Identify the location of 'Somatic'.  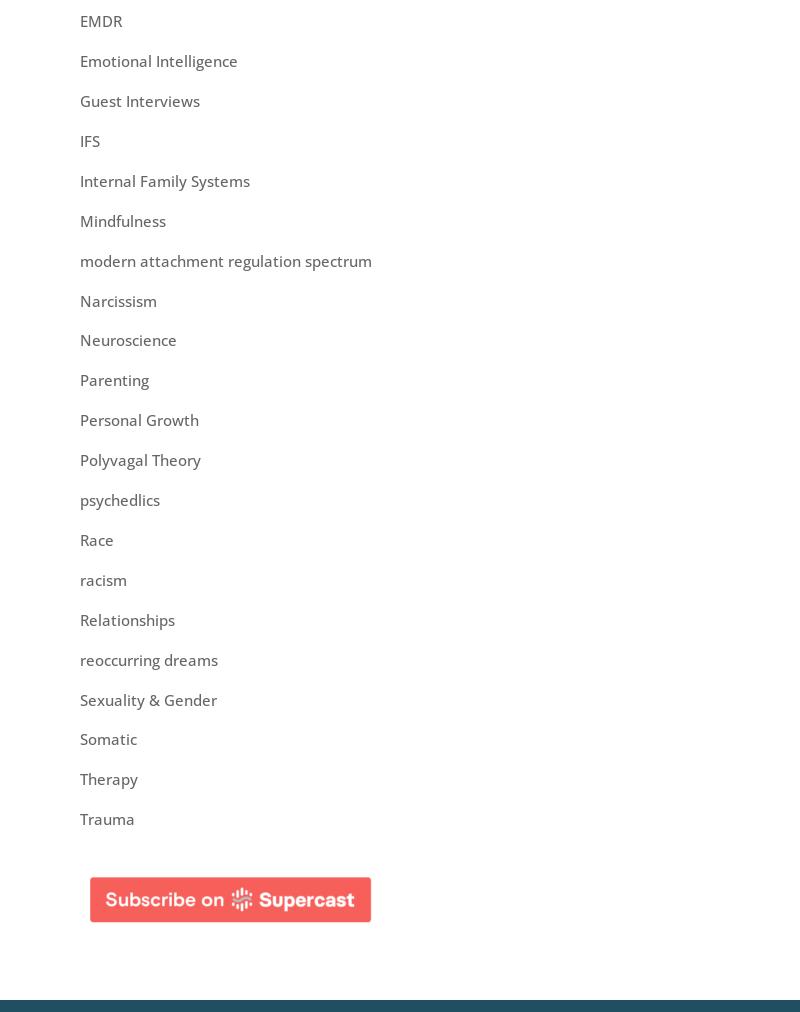
(107, 738).